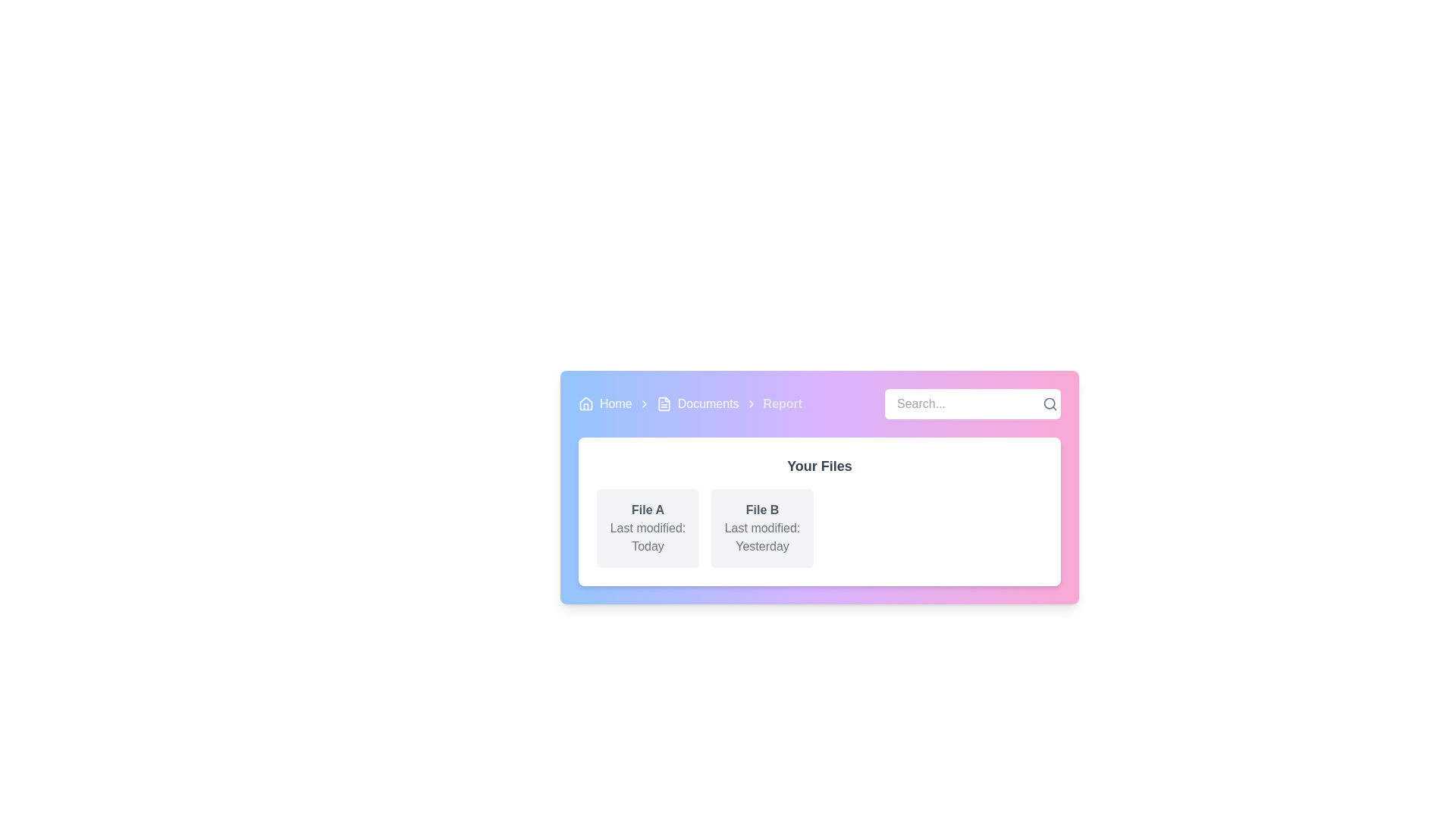 Image resolution: width=1456 pixels, height=819 pixels. Describe the element at coordinates (762, 528) in the screenshot. I see `the Card-like file information panel displaying 'File B' in the 'Your Files' section, which is the second item in the right column of a 2-column grid` at that location.